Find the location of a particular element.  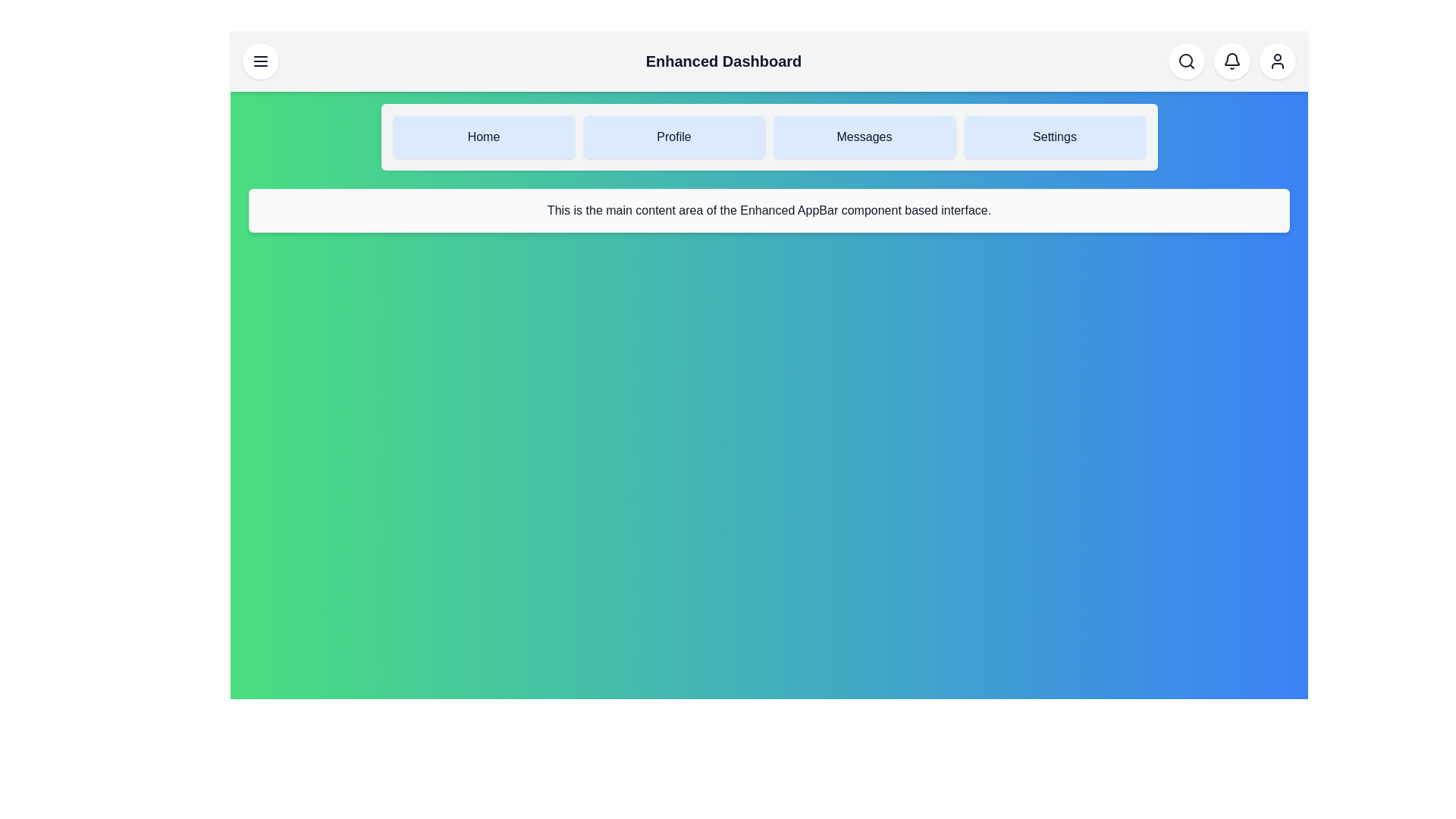

the main content area to select the text is located at coordinates (769, 210).